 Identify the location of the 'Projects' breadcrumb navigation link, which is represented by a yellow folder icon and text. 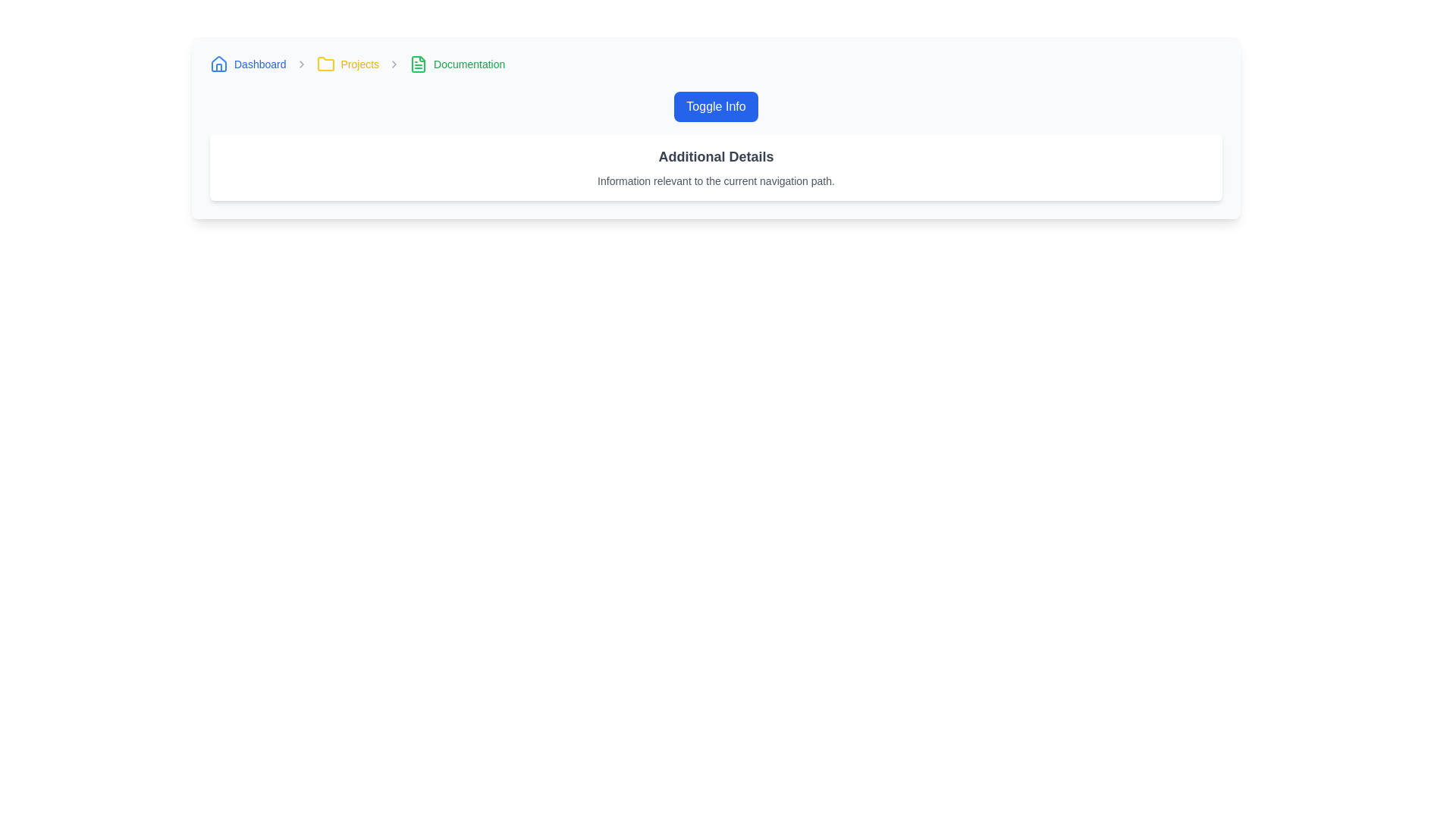
(347, 63).